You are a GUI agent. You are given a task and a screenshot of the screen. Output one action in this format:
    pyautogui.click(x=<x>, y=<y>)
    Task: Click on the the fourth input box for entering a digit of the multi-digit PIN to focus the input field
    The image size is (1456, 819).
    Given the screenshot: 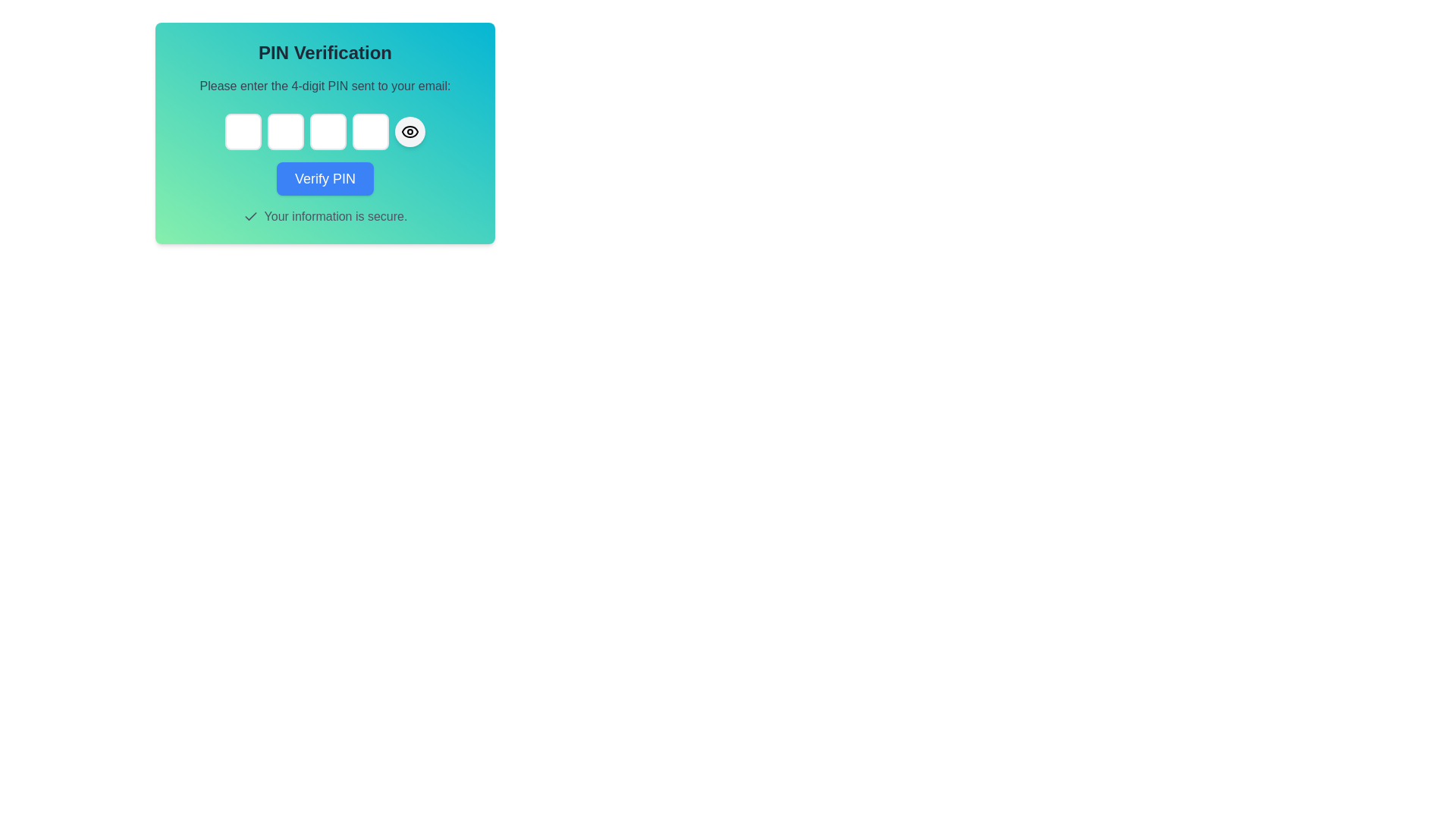 What is the action you would take?
    pyautogui.click(x=371, y=130)
    